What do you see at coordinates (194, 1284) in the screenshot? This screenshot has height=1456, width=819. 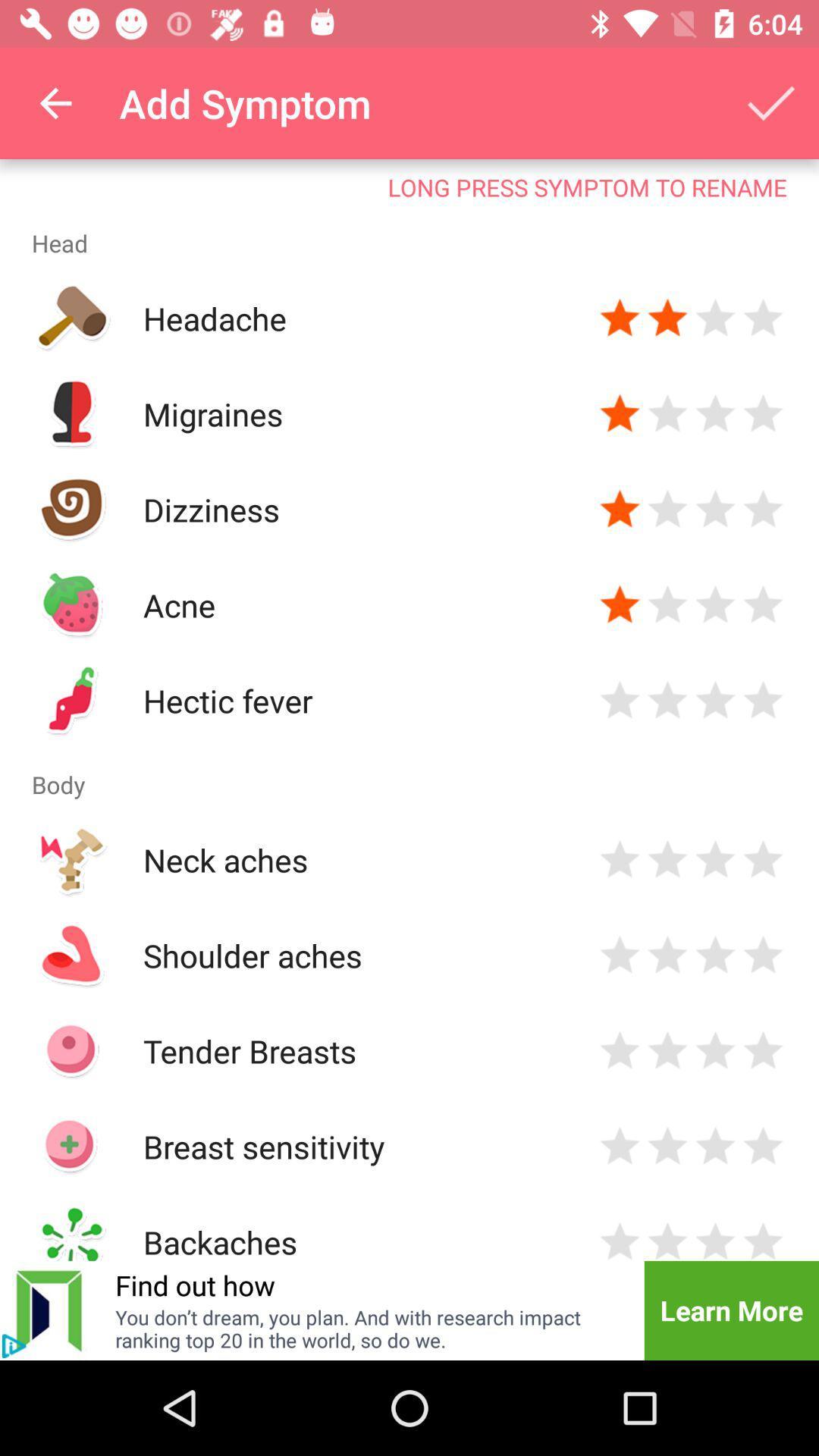 I see `find out how item` at bounding box center [194, 1284].